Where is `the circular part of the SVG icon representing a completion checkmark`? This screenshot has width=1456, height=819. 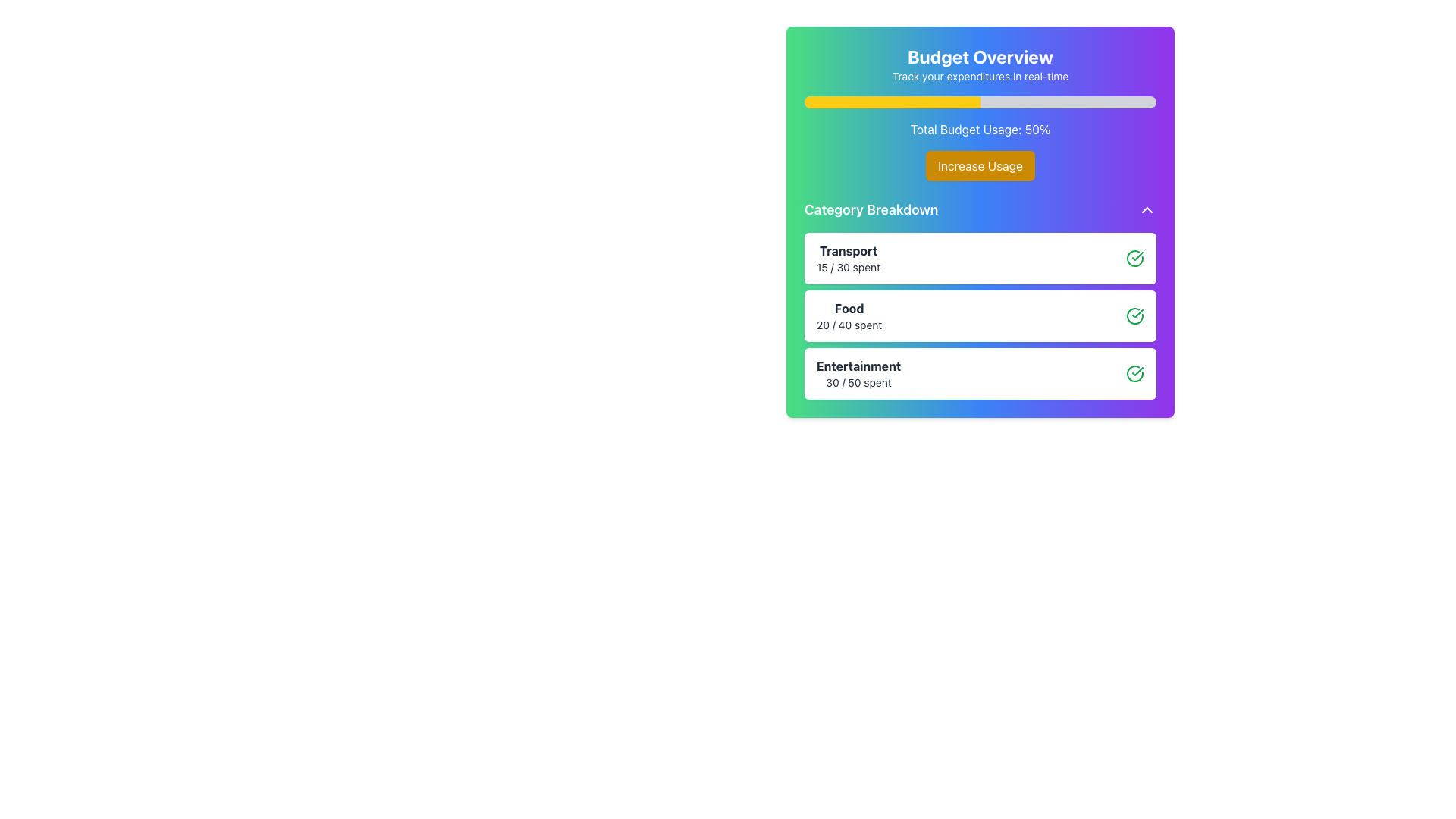 the circular part of the SVG icon representing a completion checkmark is located at coordinates (1135, 315).